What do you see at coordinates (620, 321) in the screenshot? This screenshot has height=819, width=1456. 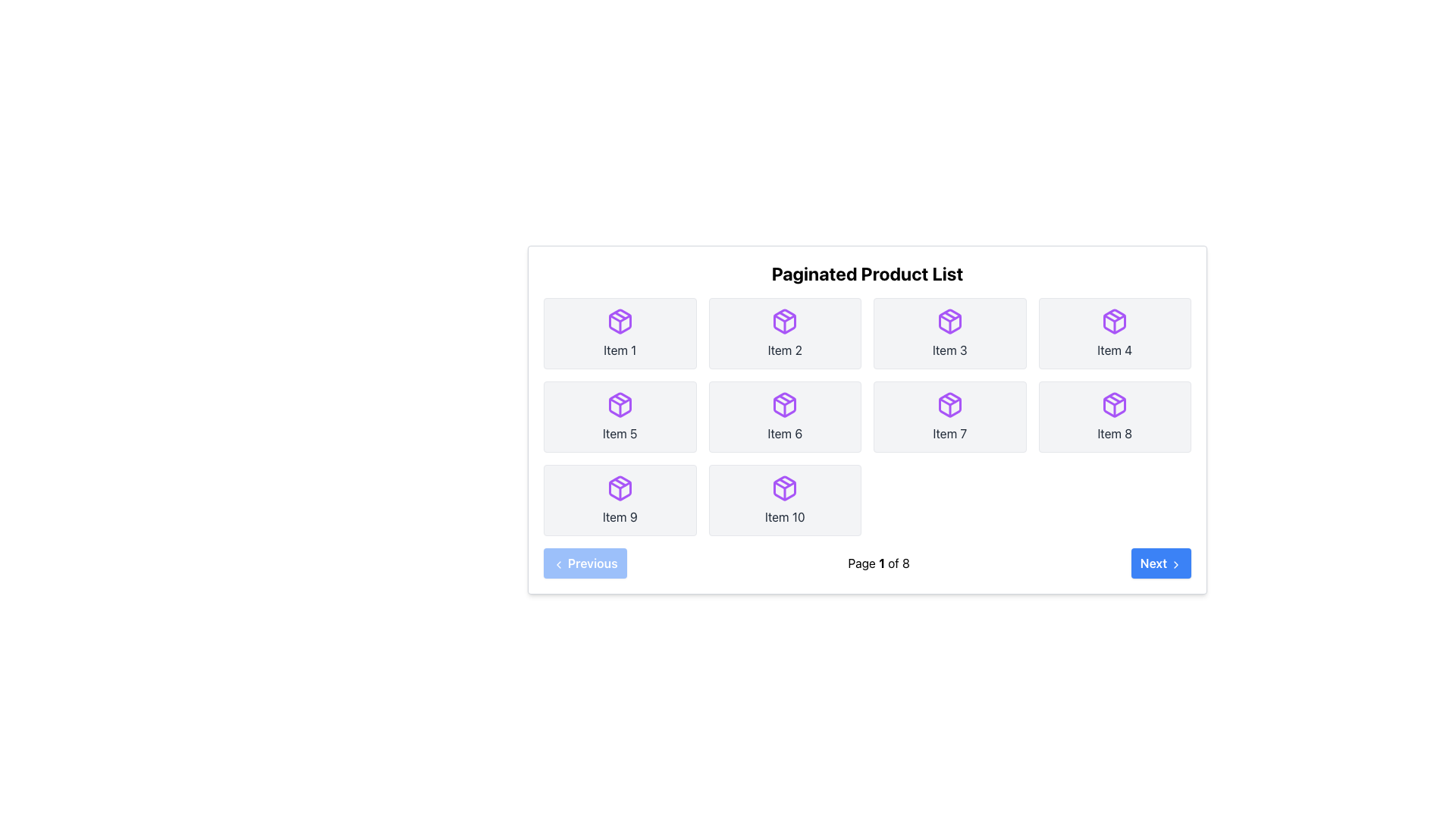 I see `the purple-colored package icon with a 3D-like design, which is the first item in the grid layout of product icons` at bounding box center [620, 321].